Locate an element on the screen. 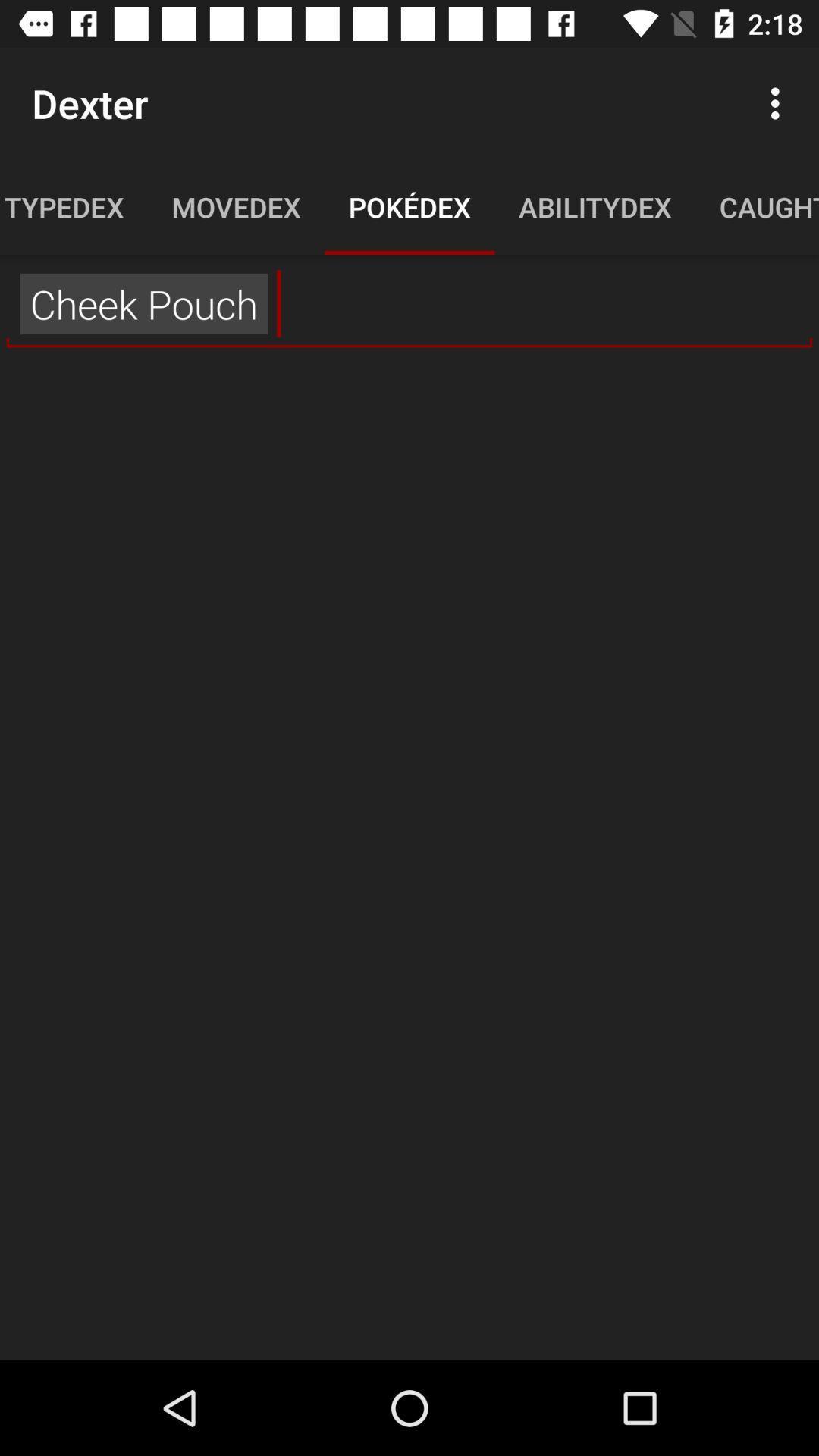 The height and width of the screenshot is (1456, 819). the icon at the center is located at coordinates (409, 857).